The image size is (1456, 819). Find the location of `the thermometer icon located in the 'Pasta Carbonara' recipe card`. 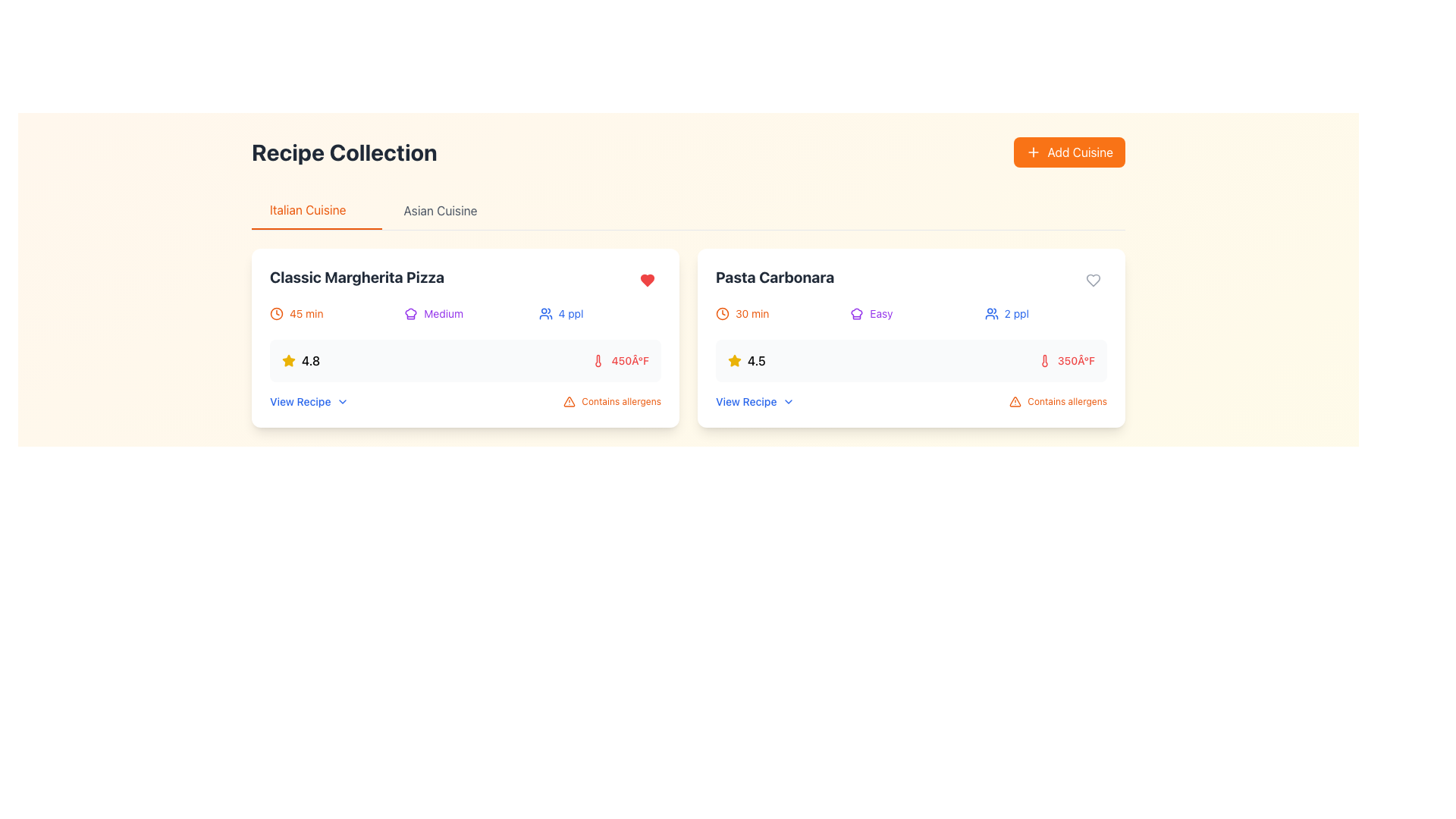

the thermometer icon located in the 'Pasta Carbonara' recipe card is located at coordinates (1043, 360).